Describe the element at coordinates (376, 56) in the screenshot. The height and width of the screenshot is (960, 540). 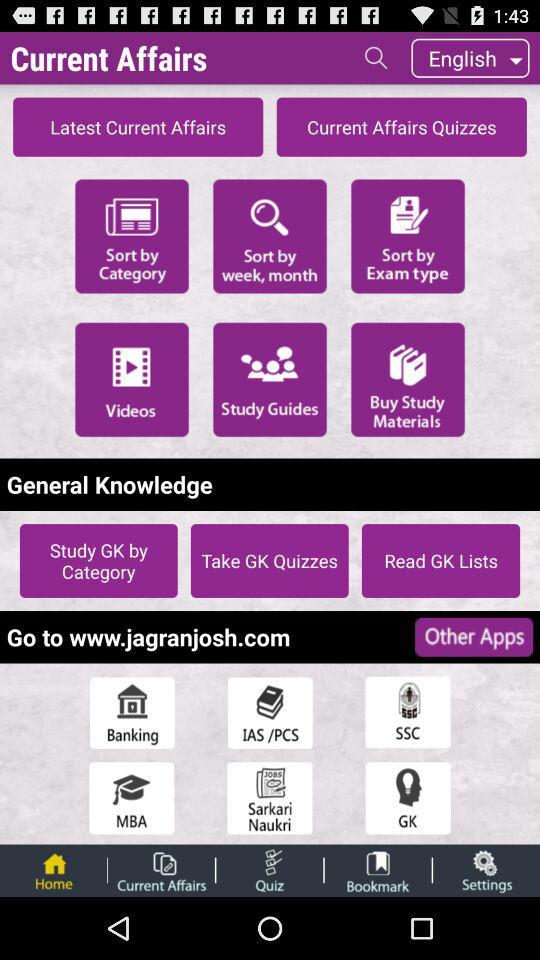
I see `search` at that location.